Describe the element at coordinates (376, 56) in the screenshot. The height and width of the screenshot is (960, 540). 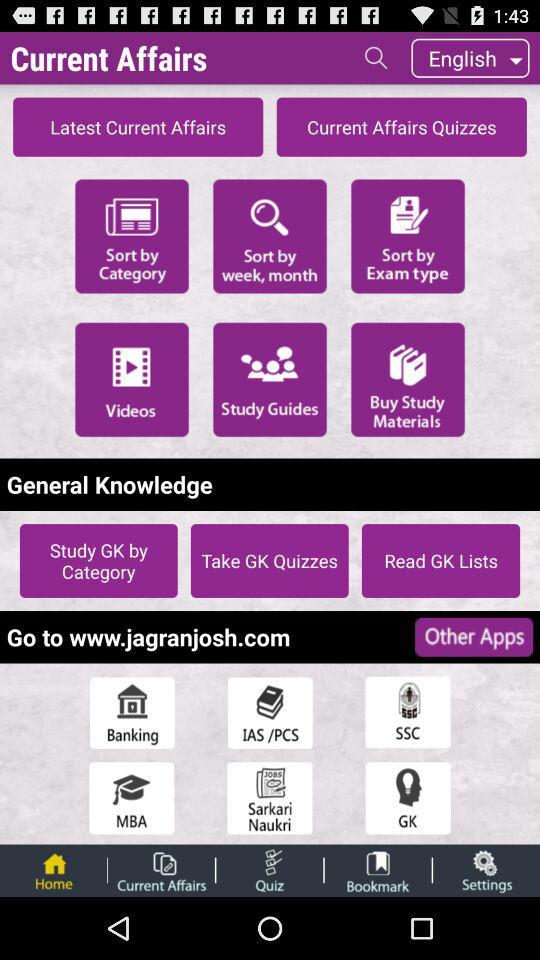
I see `search` at that location.